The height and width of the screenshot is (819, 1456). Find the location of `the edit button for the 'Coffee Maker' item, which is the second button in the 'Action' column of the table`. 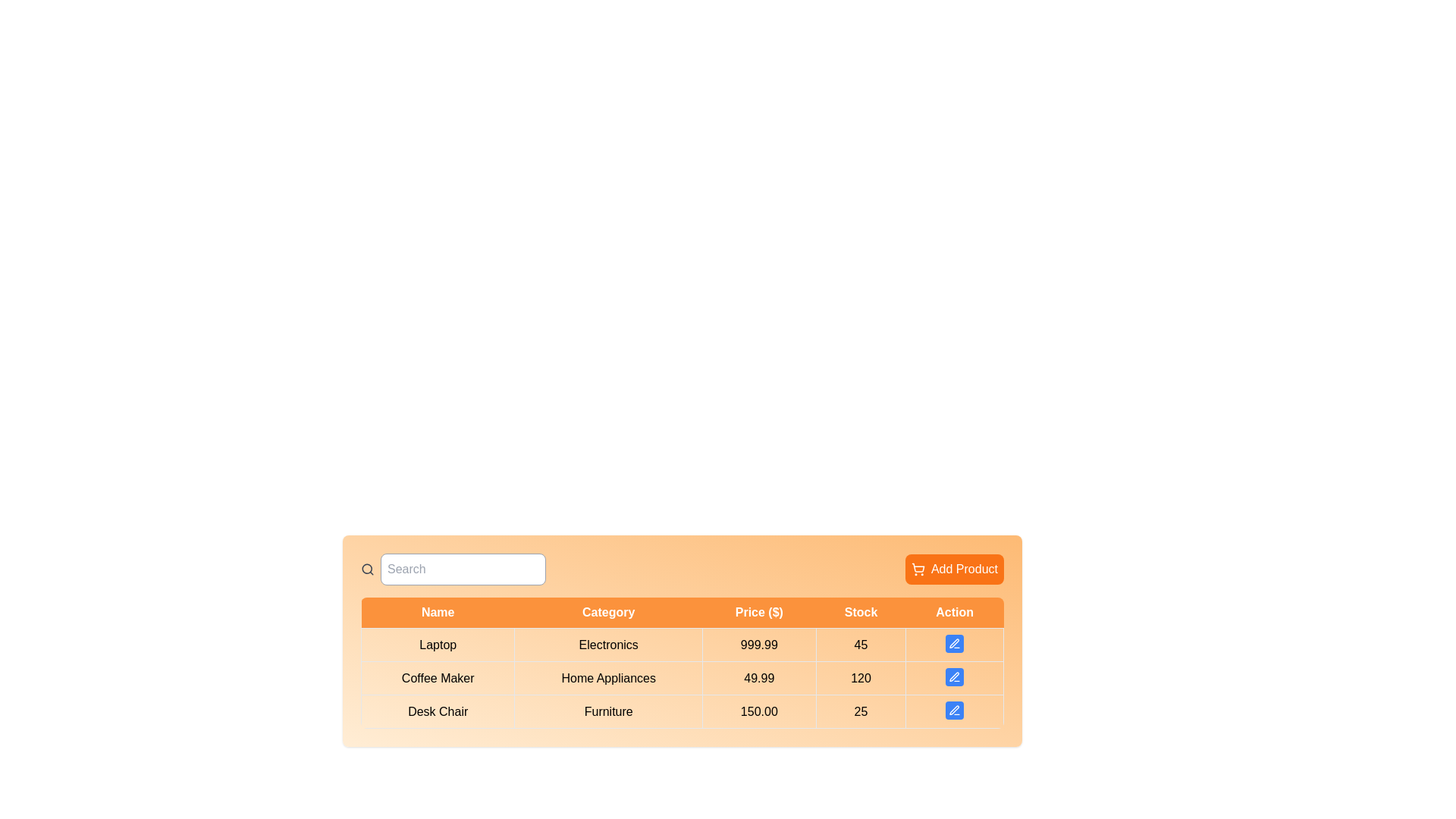

the edit button for the 'Coffee Maker' item, which is the second button in the 'Action' column of the table is located at coordinates (953, 676).